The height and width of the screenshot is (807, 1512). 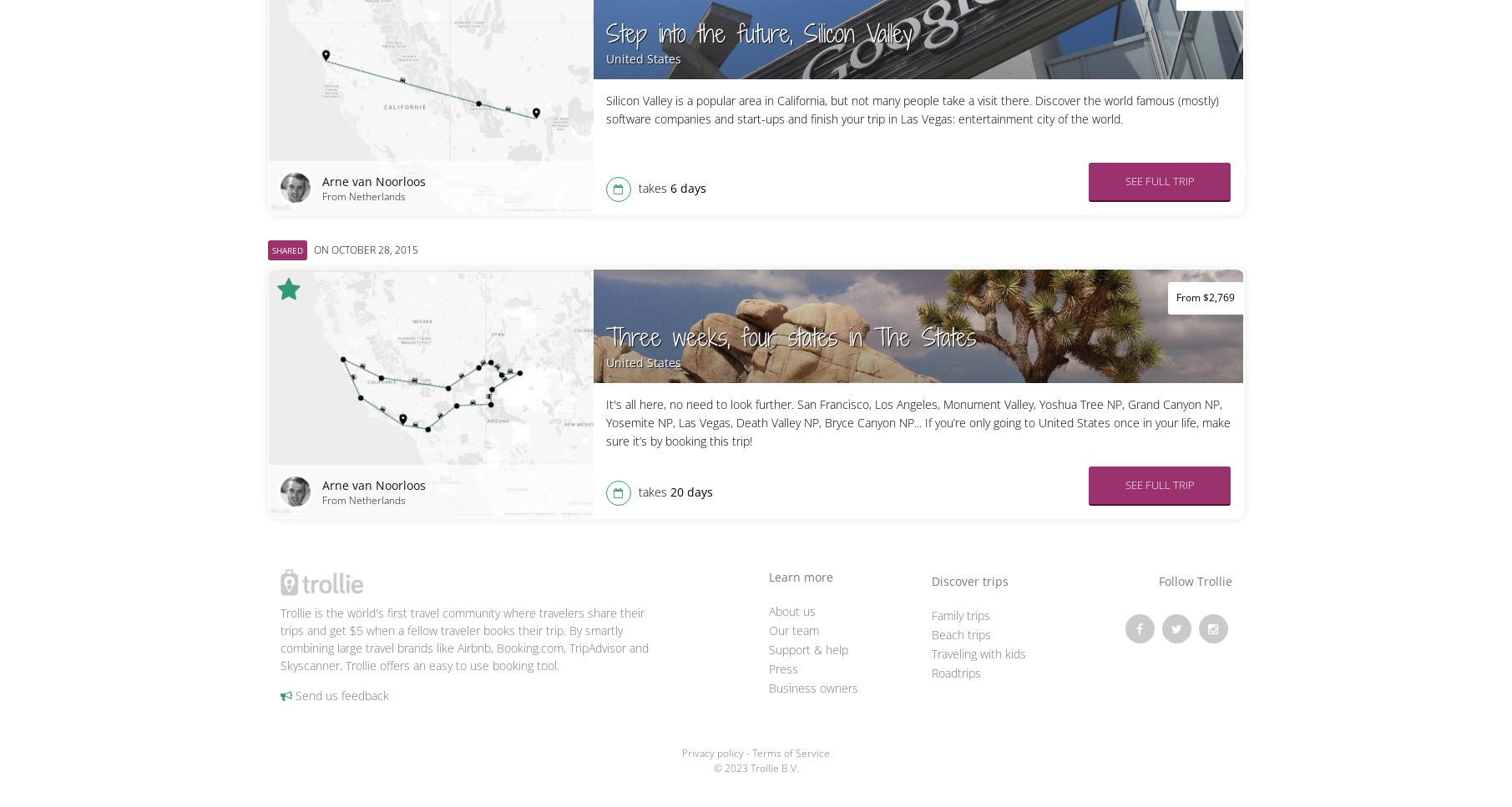 I want to click on '6 days', so click(x=687, y=188).